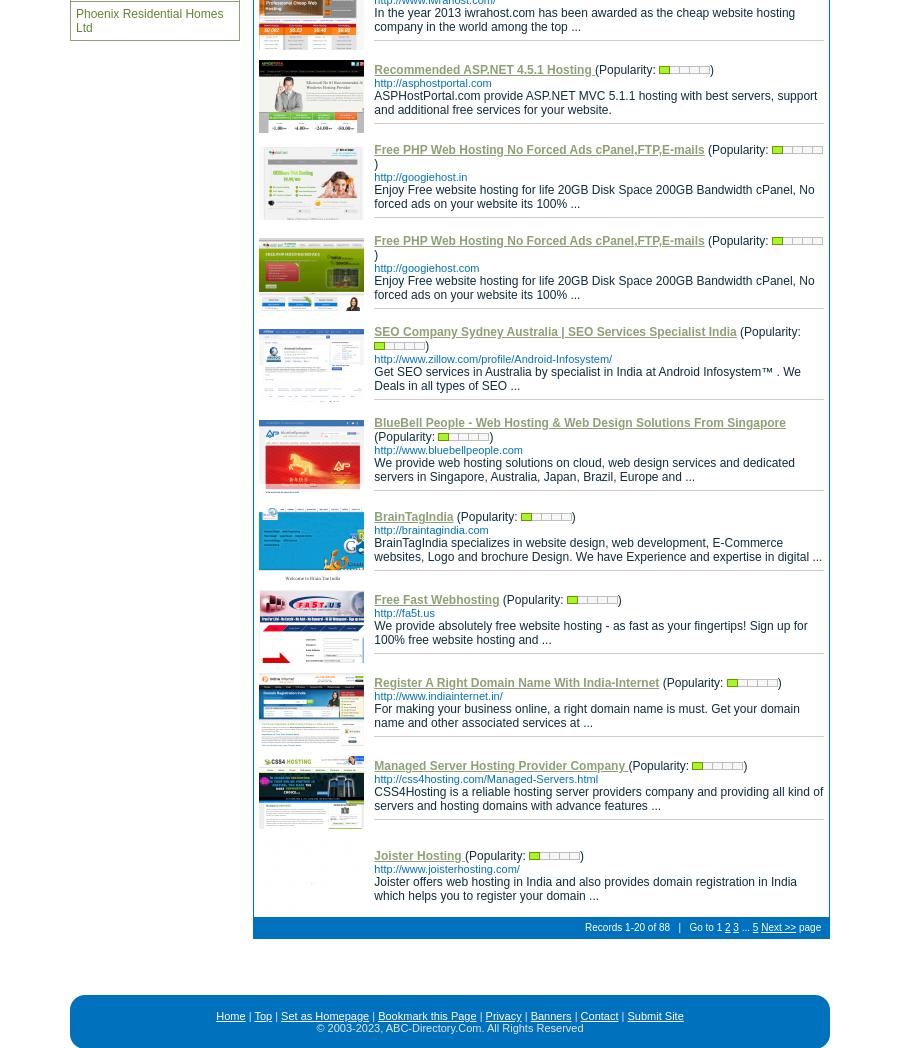 This screenshot has width=900, height=1048. Describe the element at coordinates (744, 927) in the screenshot. I see `'...'` at that location.